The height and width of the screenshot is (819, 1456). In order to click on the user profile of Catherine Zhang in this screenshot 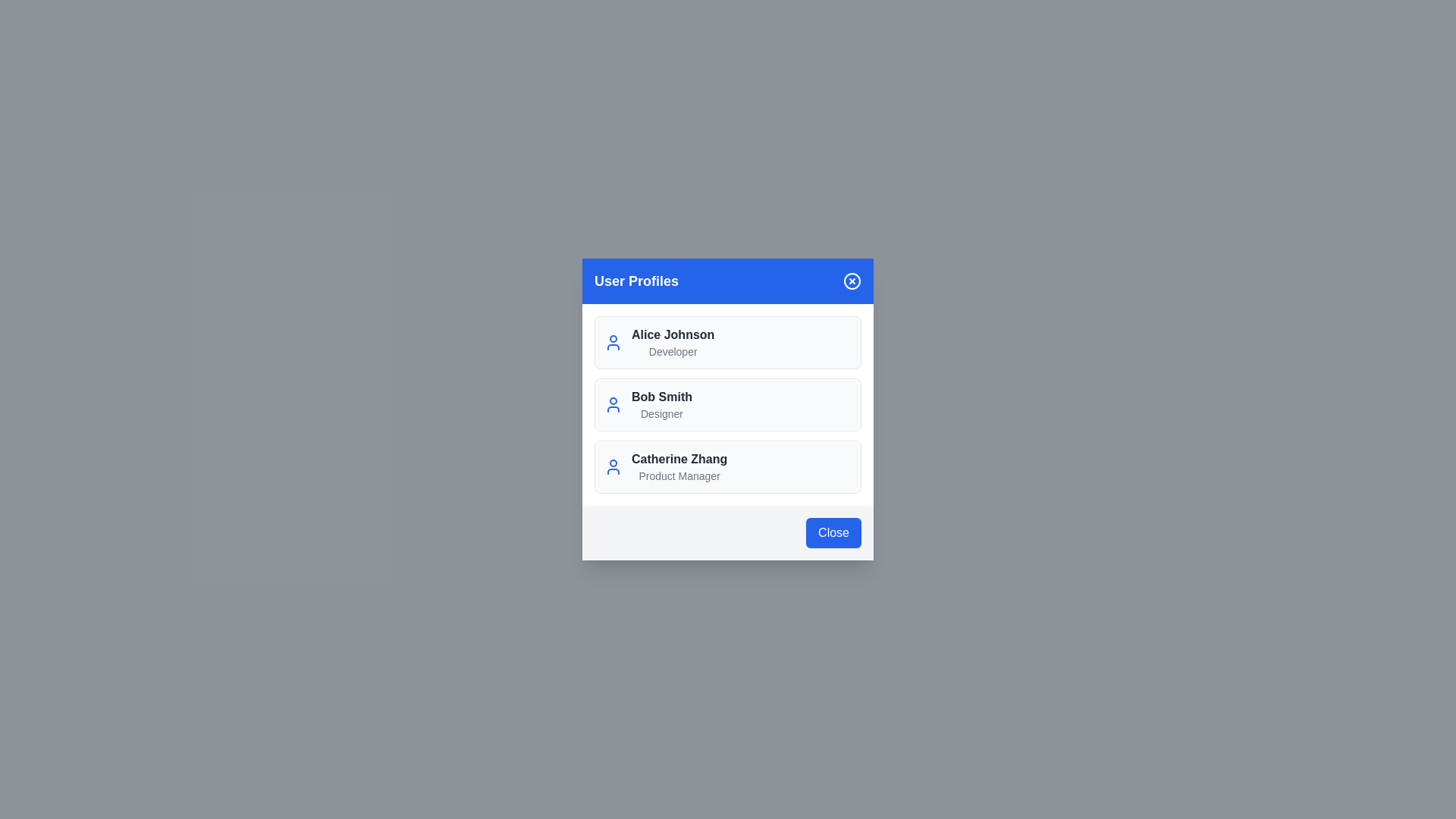, I will do `click(728, 466)`.